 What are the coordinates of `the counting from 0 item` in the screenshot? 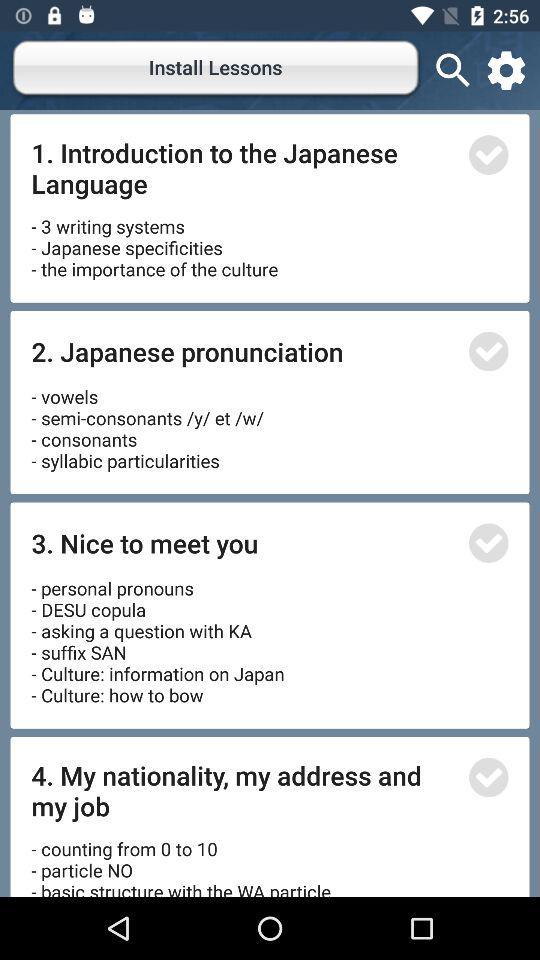 It's located at (184, 859).